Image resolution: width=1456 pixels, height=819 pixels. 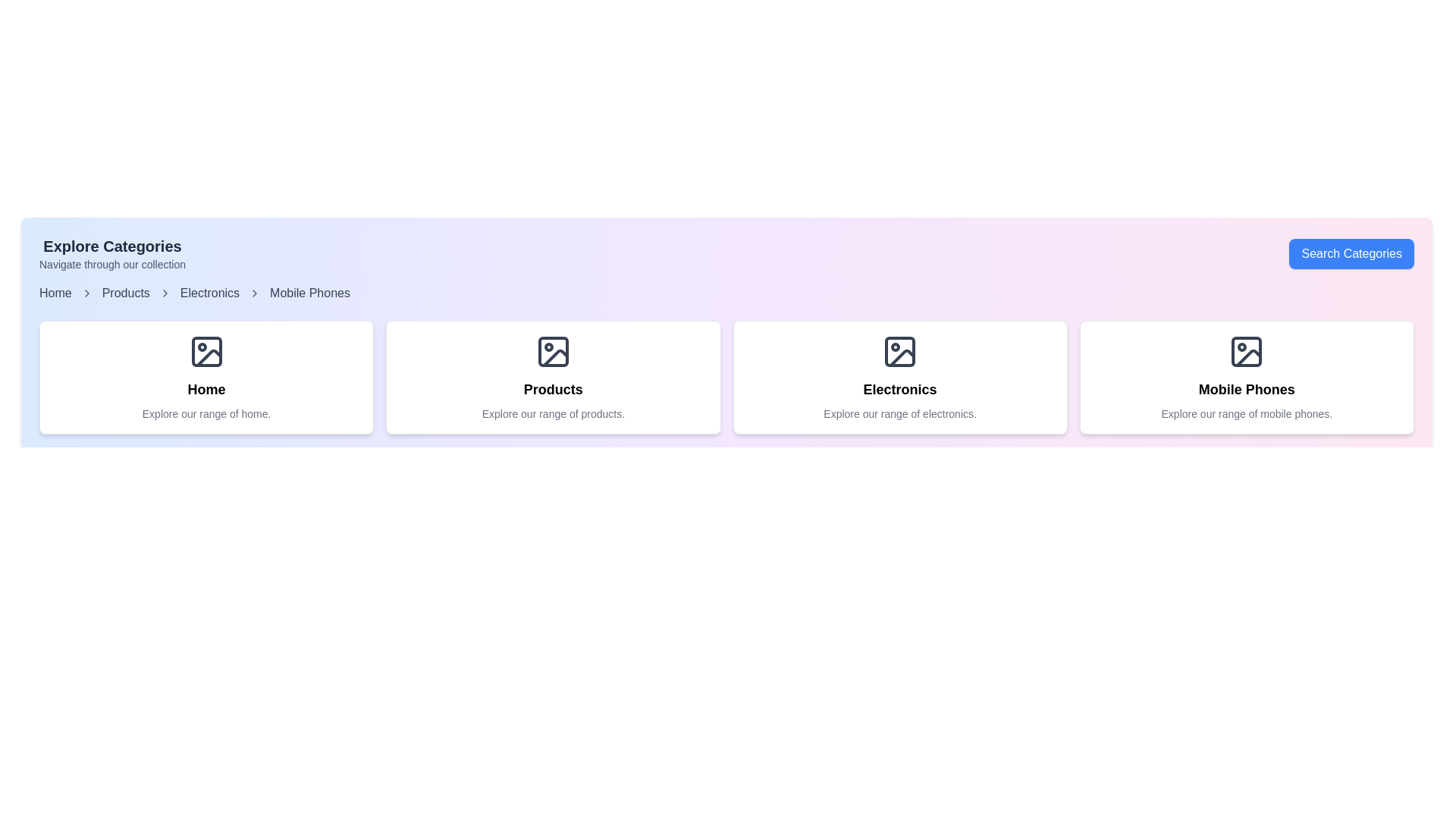 What do you see at coordinates (209, 293) in the screenshot?
I see `the clickable link labeled 'Electronics' in the breadcrumb navigation bar` at bounding box center [209, 293].